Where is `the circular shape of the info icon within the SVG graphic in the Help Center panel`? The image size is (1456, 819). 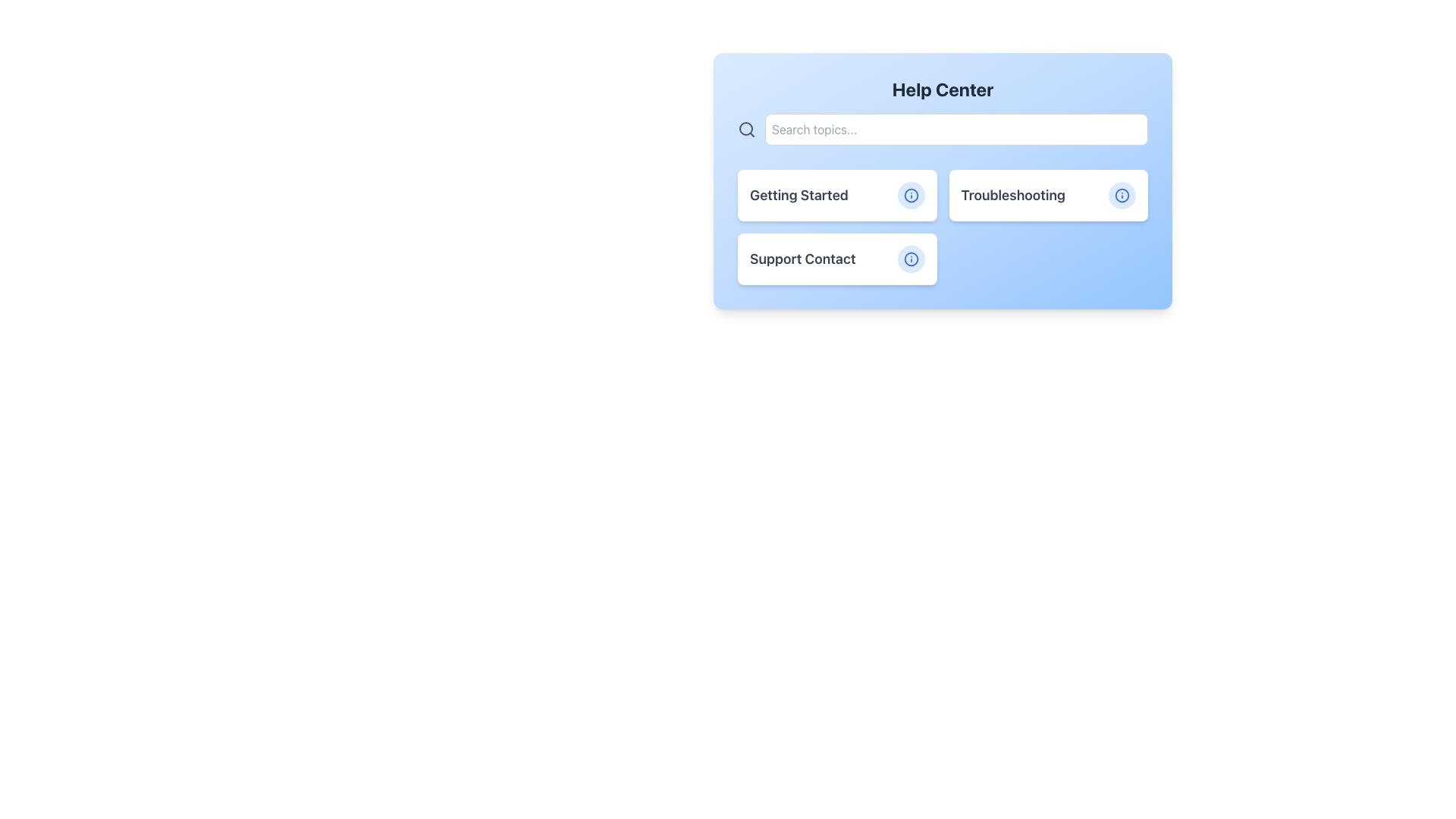
the circular shape of the info icon within the SVG graphic in the Help Center panel is located at coordinates (1122, 195).